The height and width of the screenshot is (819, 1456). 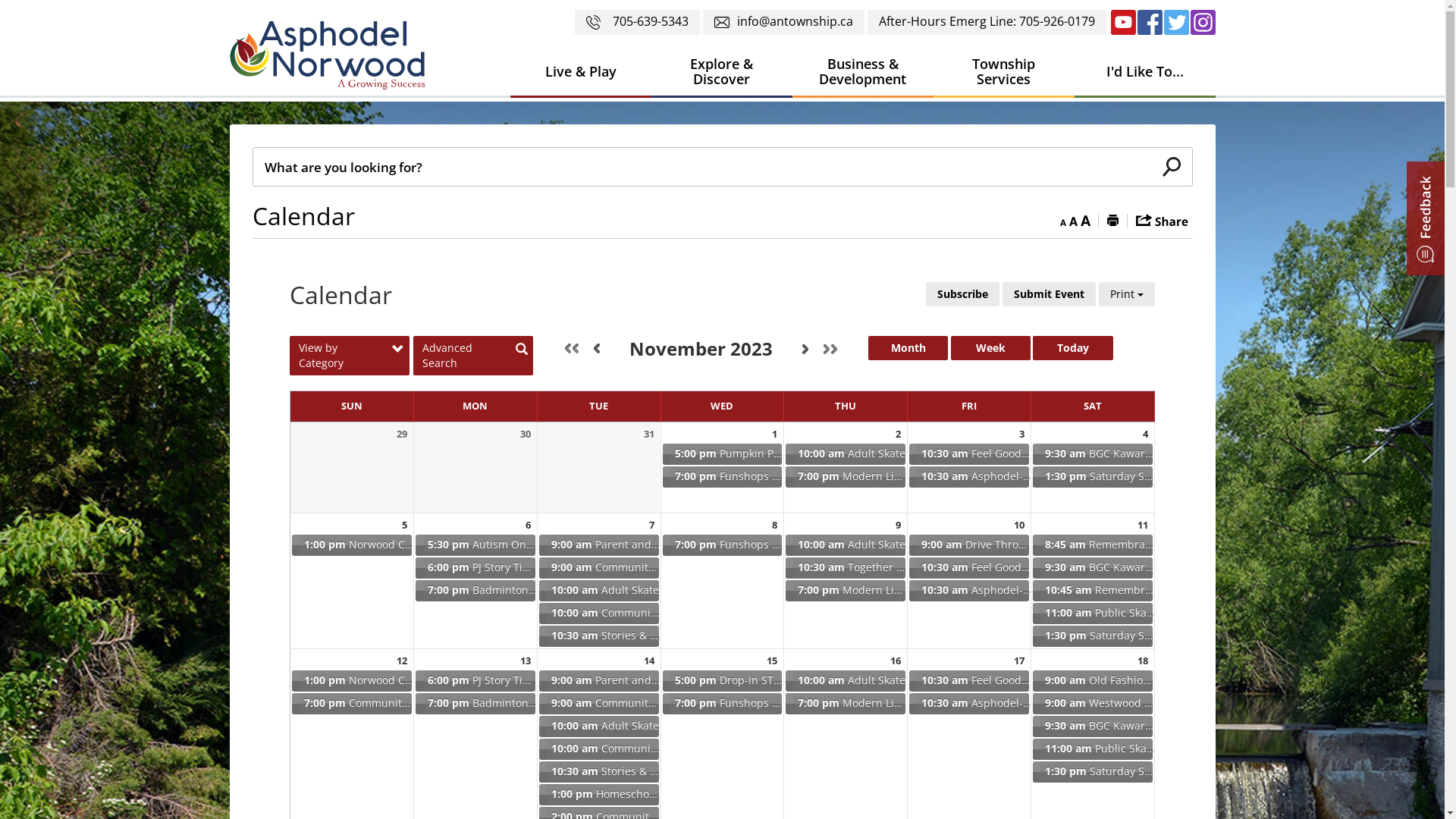 I want to click on '7:00 pm Funshops at NPC', so click(x=722, y=475).